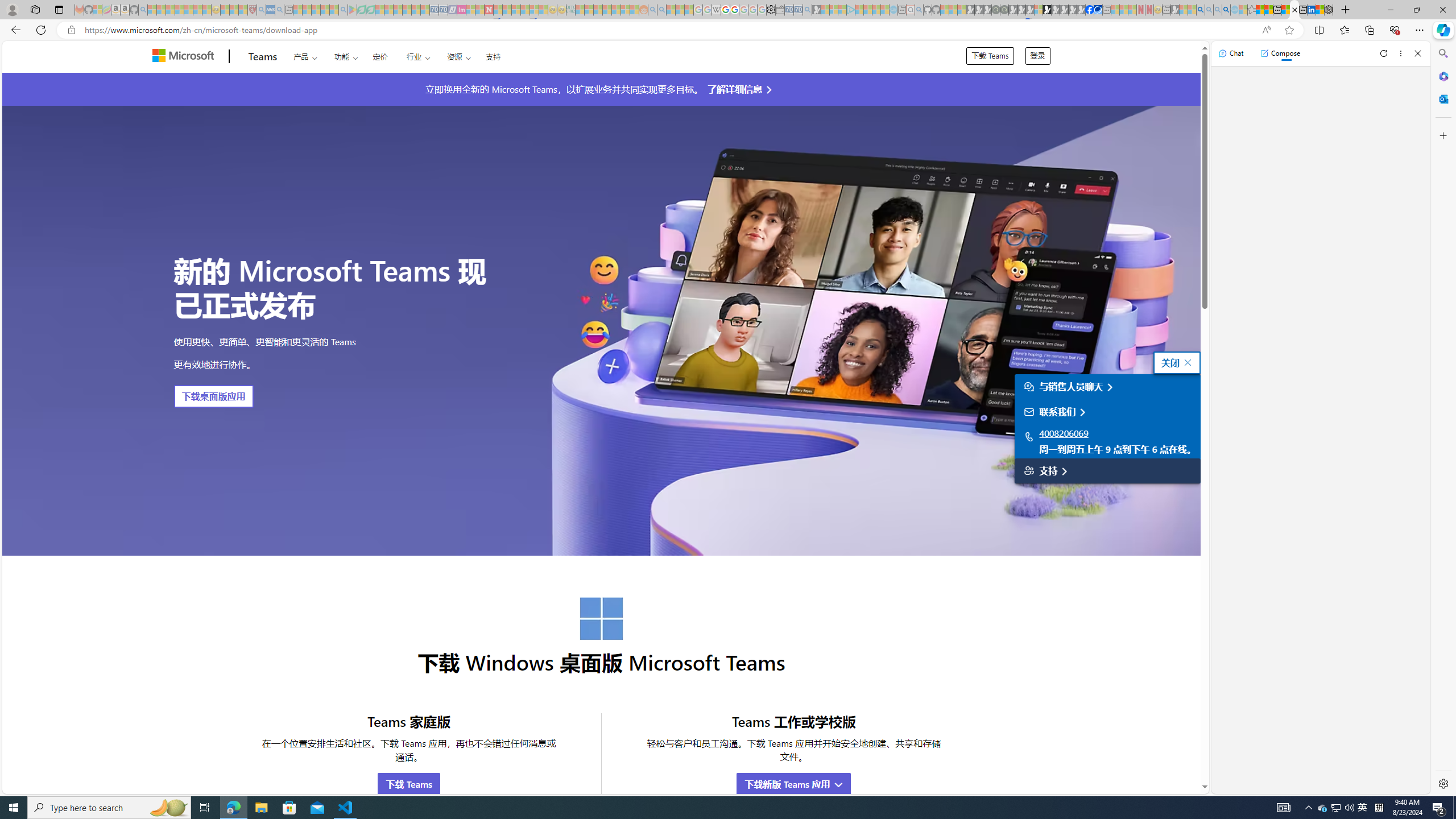  Describe the element at coordinates (725, 9) in the screenshot. I see `'Privacy Help Center - Policies Help'` at that location.